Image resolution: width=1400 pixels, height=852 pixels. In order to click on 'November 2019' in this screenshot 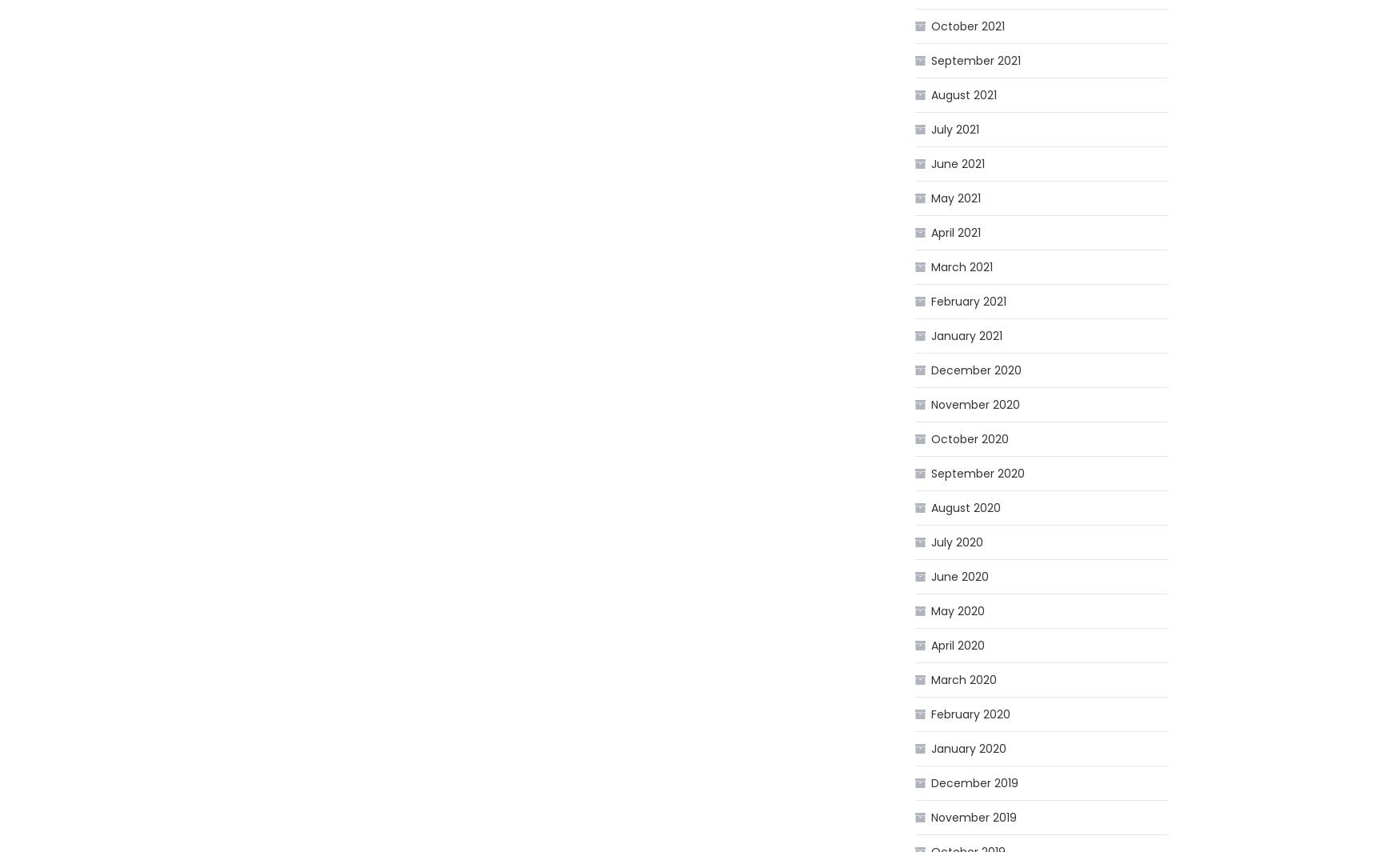, I will do `click(930, 817)`.